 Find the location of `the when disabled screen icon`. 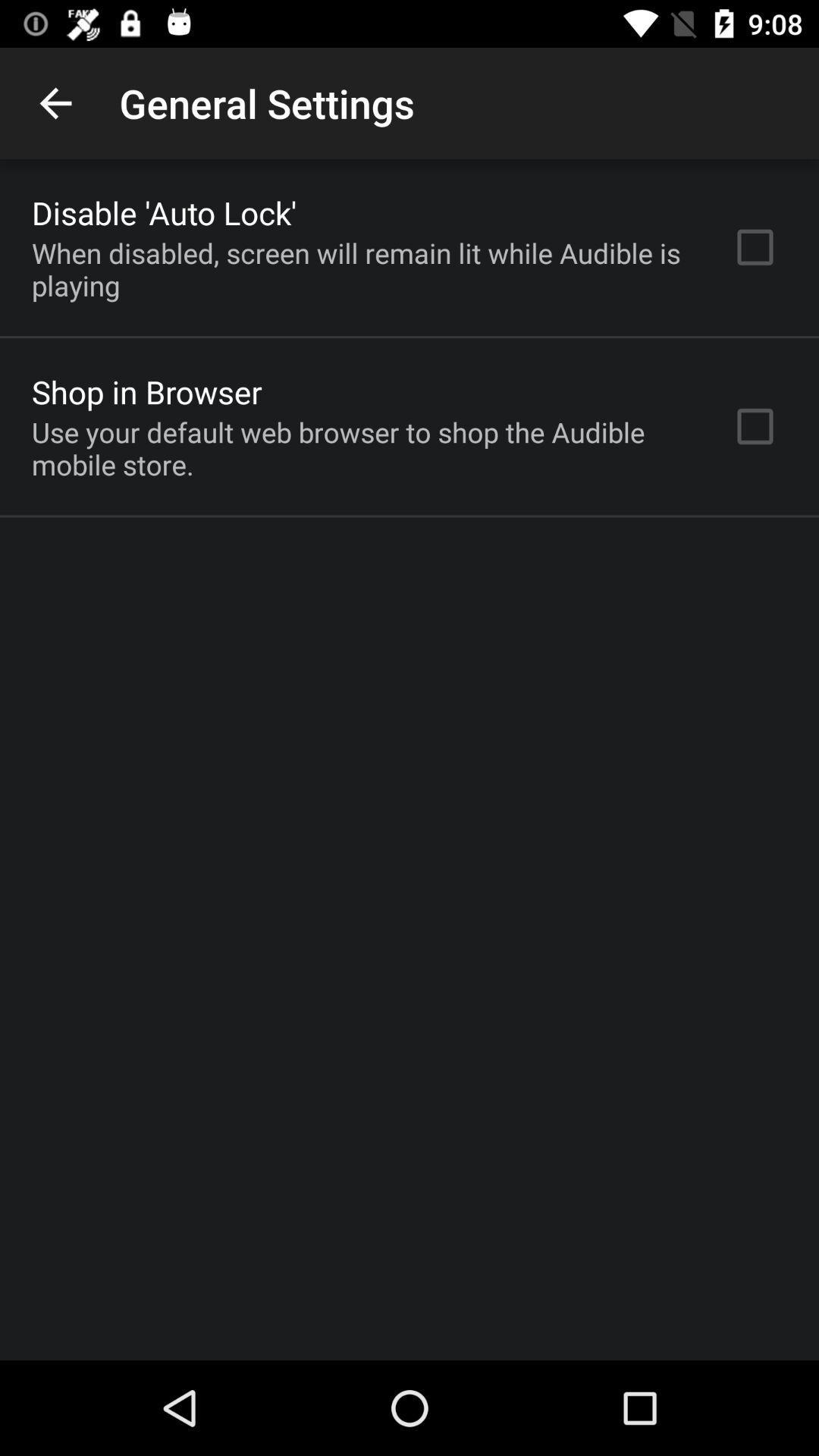

the when disabled screen icon is located at coordinates (362, 269).